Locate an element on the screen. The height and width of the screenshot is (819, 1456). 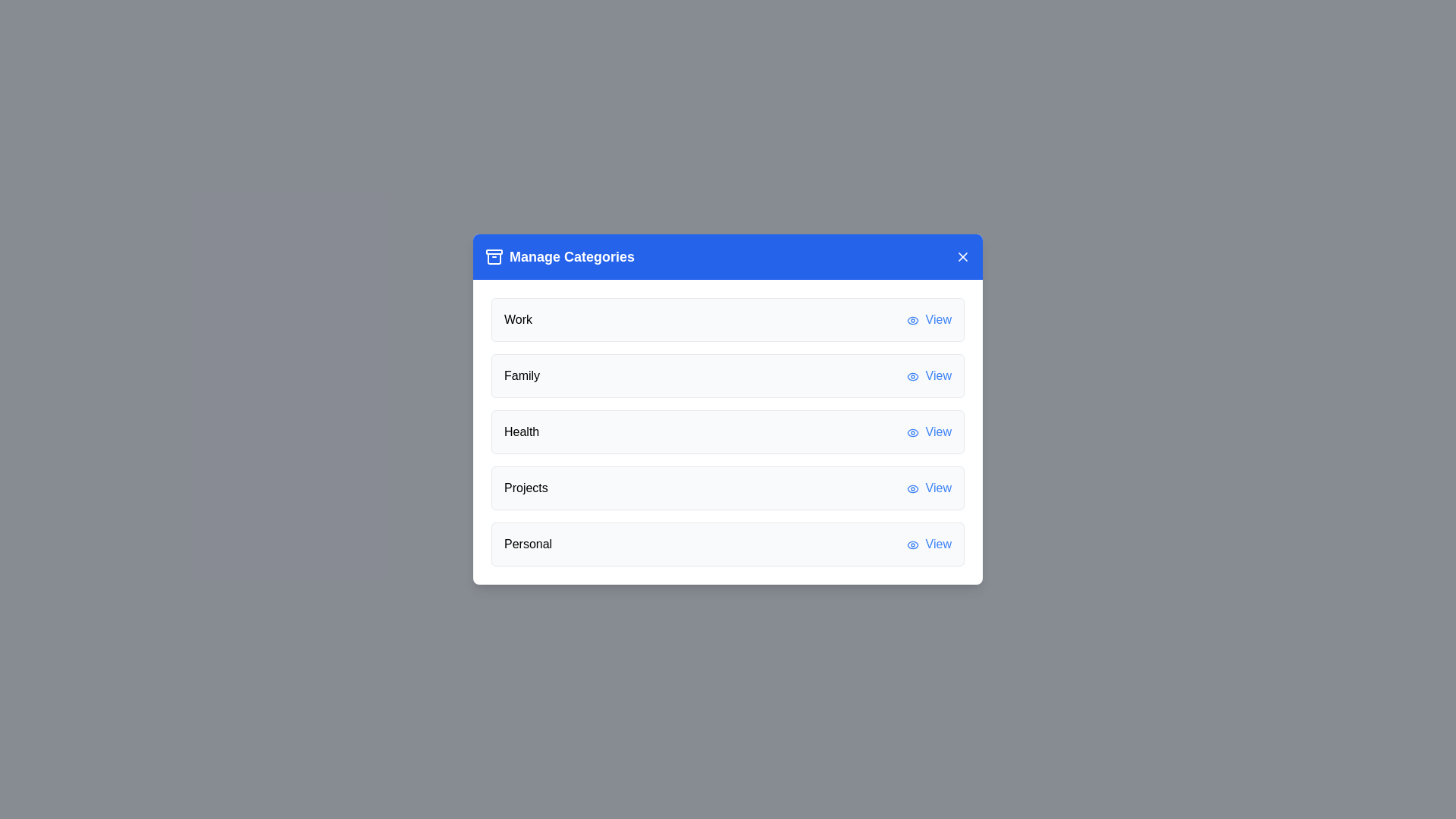
the 'View' button for the category Health is located at coordinates (928, 432).